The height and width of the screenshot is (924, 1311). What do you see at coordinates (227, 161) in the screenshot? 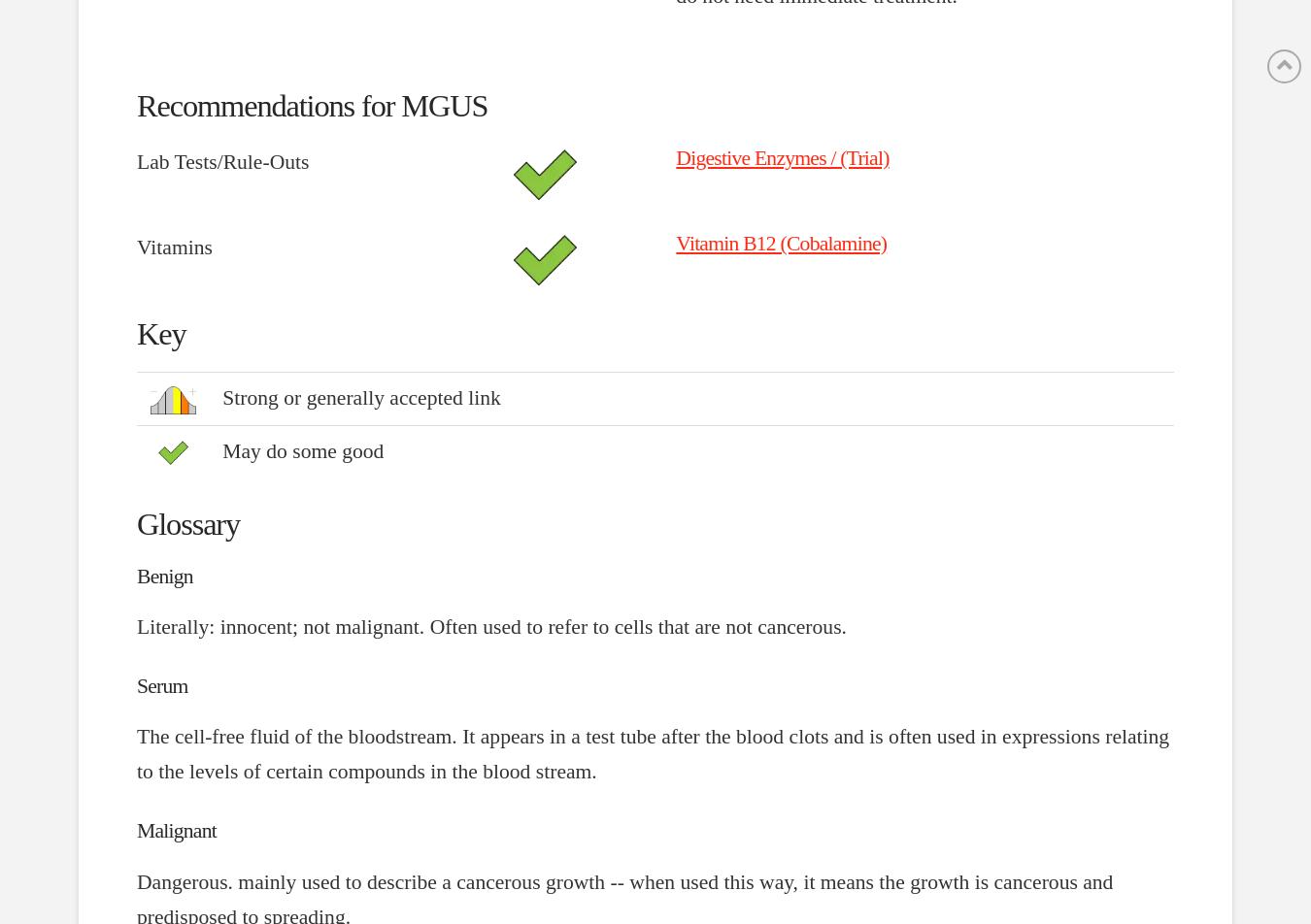
I see `'Lab Tests/Rule-Outs'` at bounding box center [227, 161].